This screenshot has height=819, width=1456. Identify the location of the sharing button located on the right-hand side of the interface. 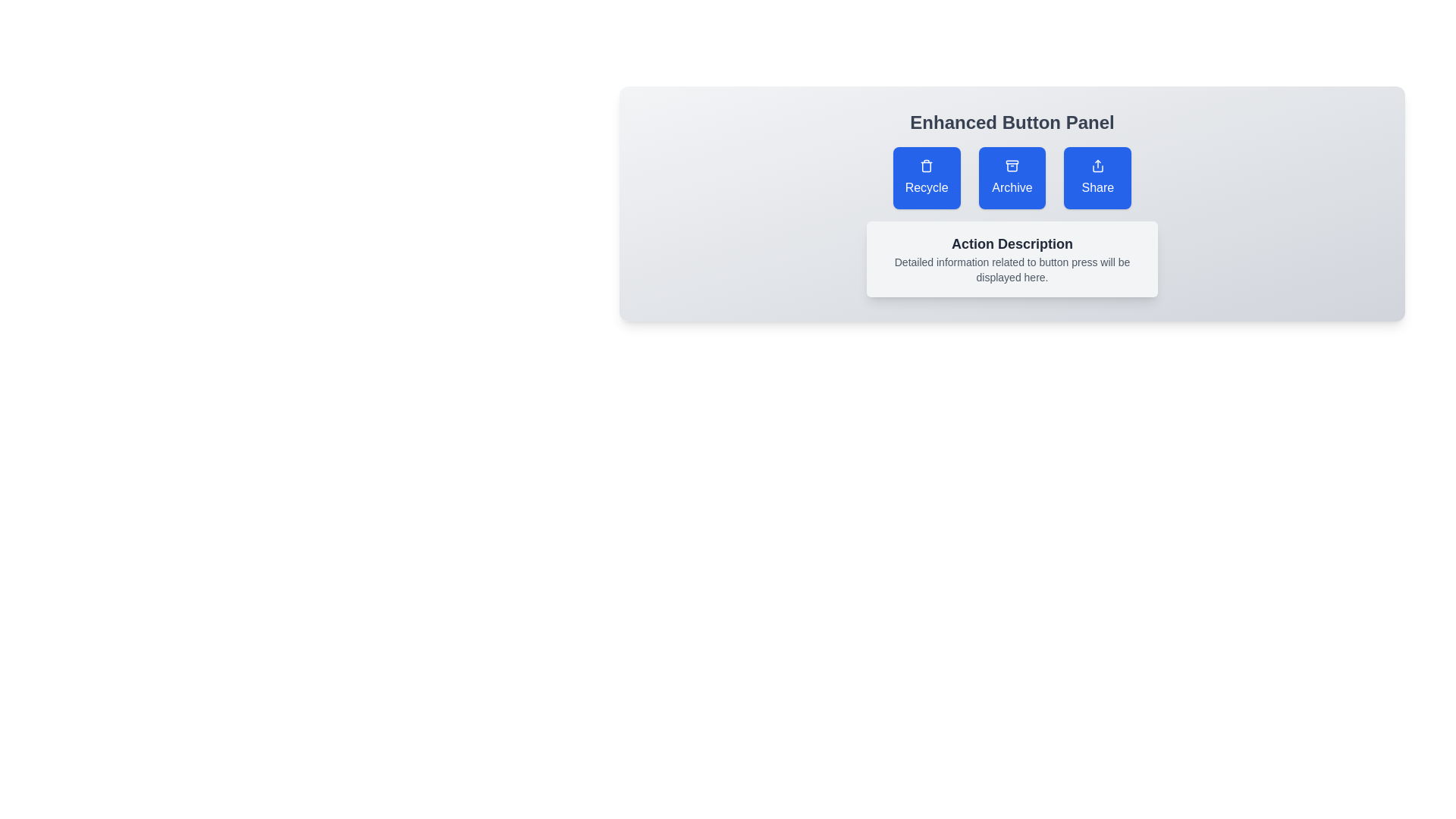
(1097, 177).